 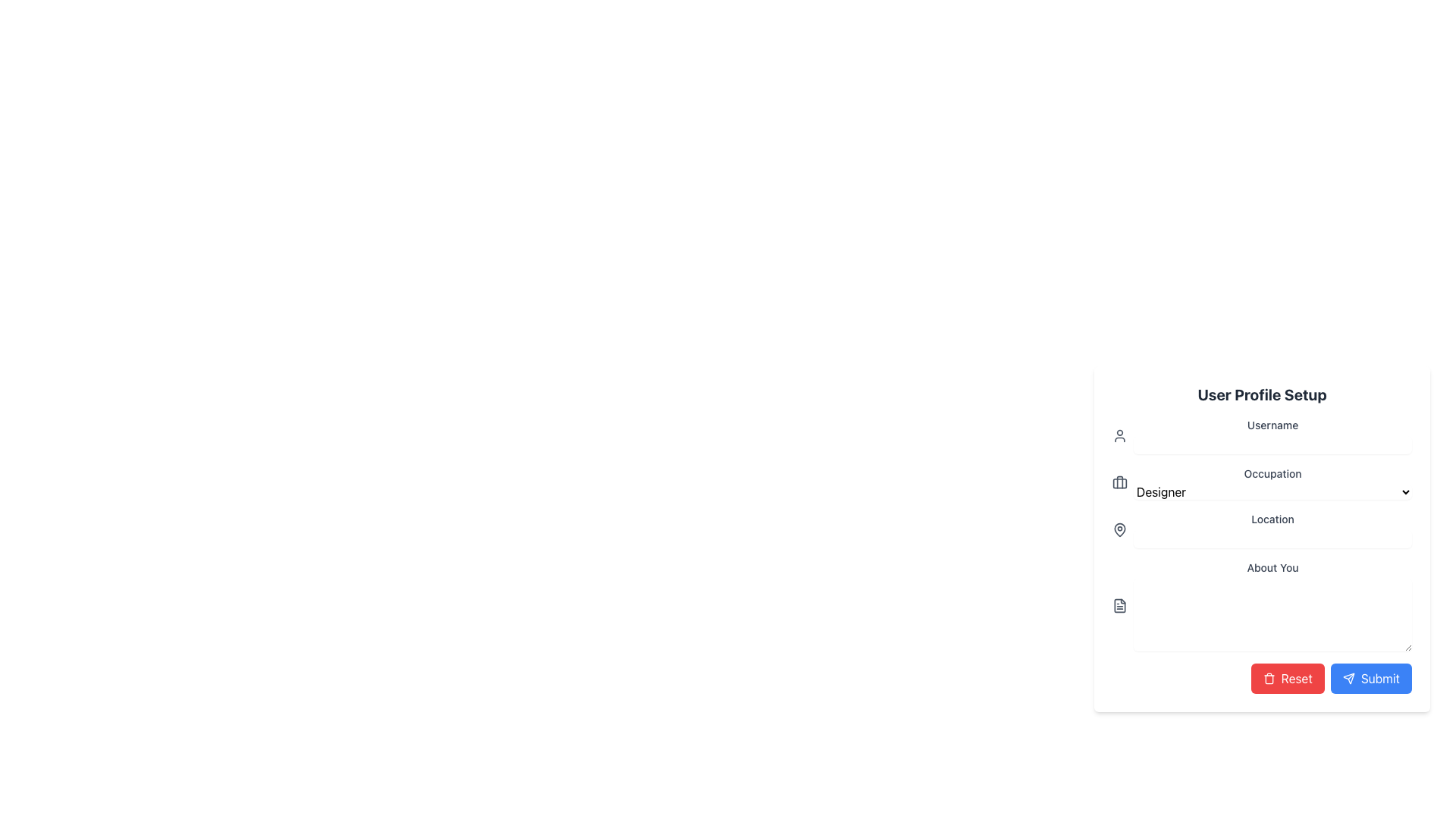 What do you see at coordinates (1120, 435) in the screenshot?
I see `the user profile icon located to the left of the 'Username' text field in the 'User Profile Setup' section` at bounding box center [1120, 435].